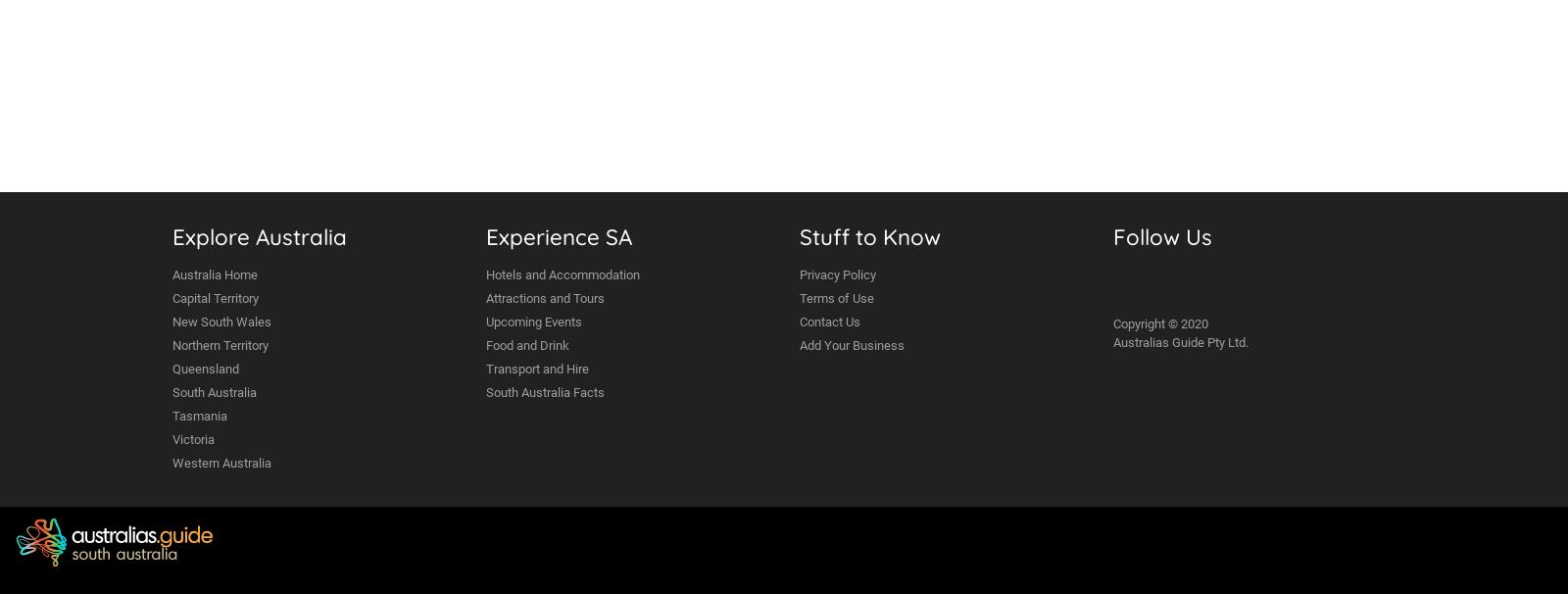 This screenshot has height=594, width=1568. Describe the element at coordinates (558, 235) in the screenshot. I see `'Experience SA'` at that location.